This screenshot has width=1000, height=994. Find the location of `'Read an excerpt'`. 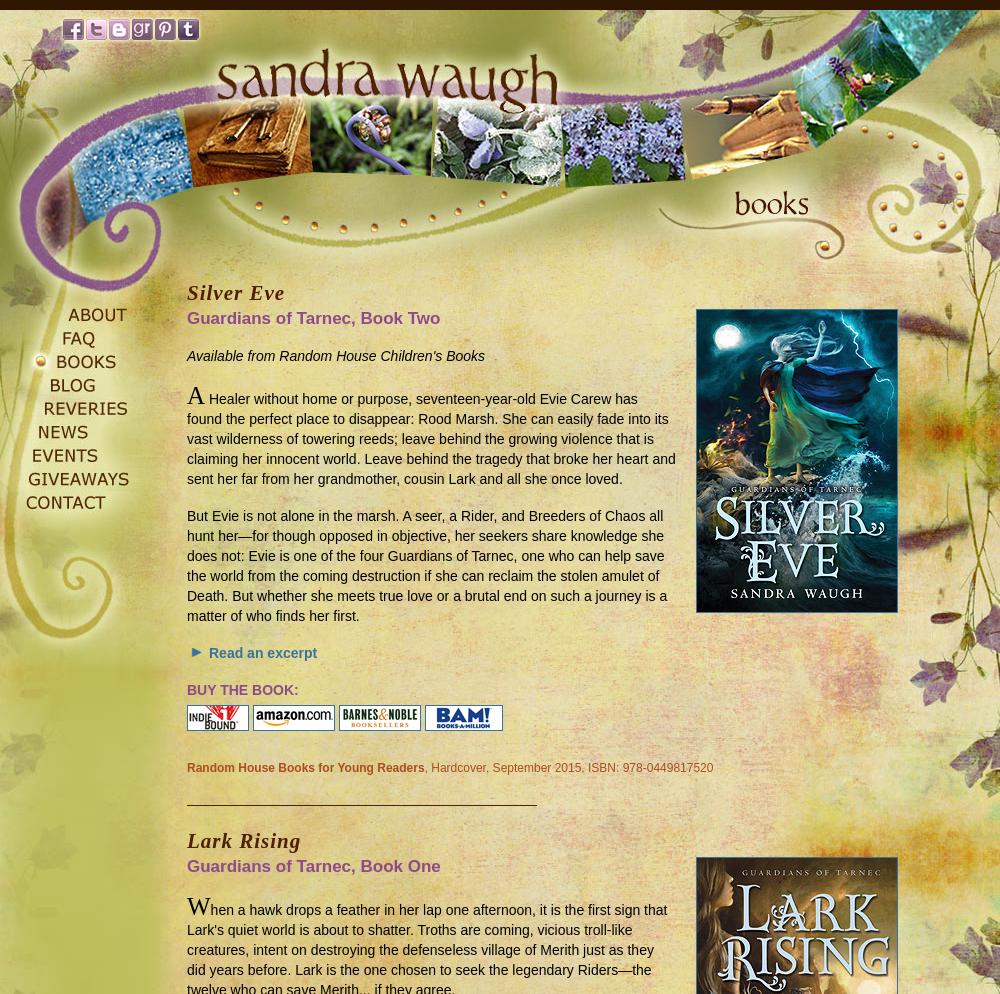

'Read an excerpt' is located at coordinates (263, 652).